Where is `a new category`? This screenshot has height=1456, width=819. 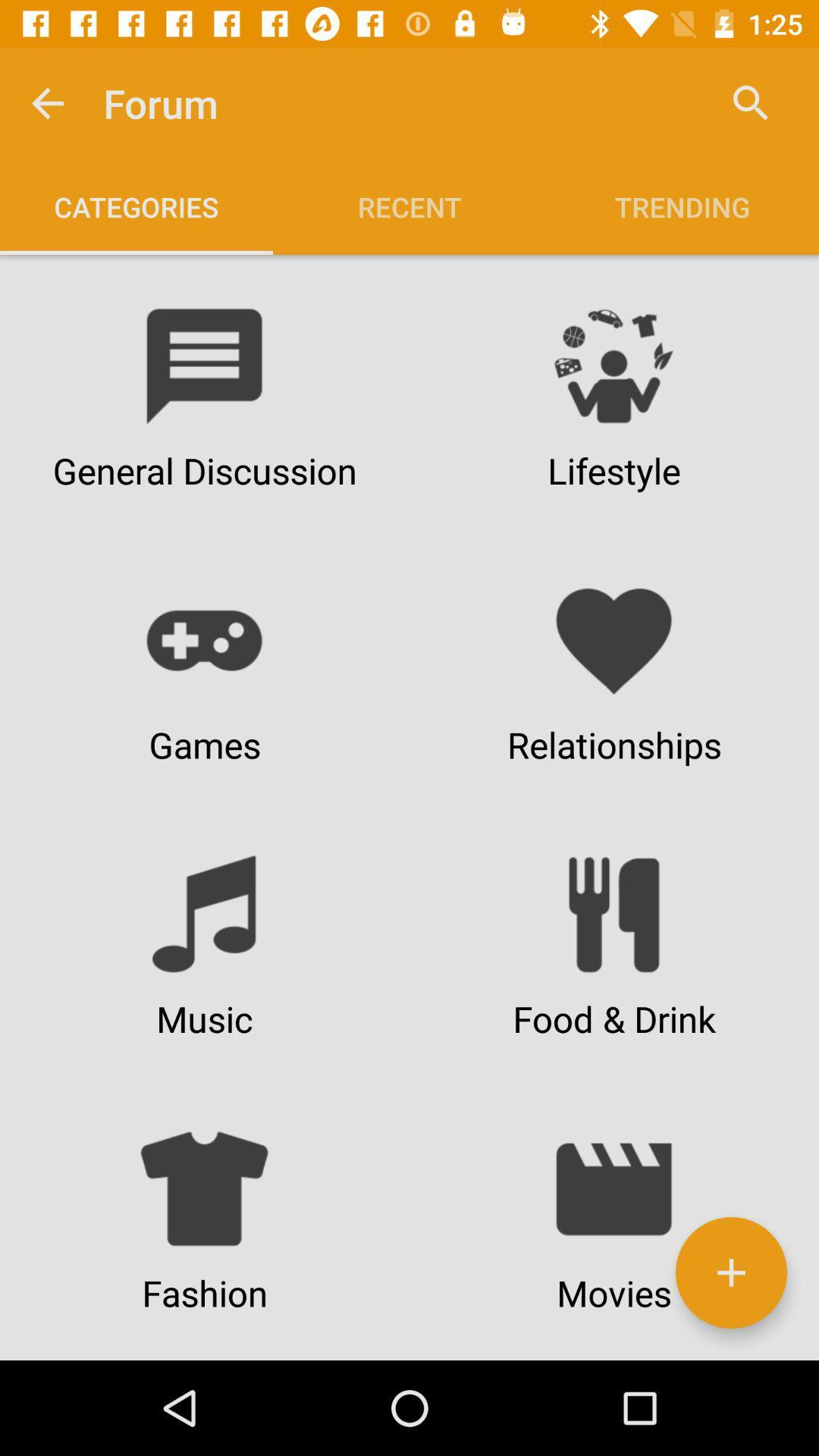 a new category is located at coordinates (730, 1272).